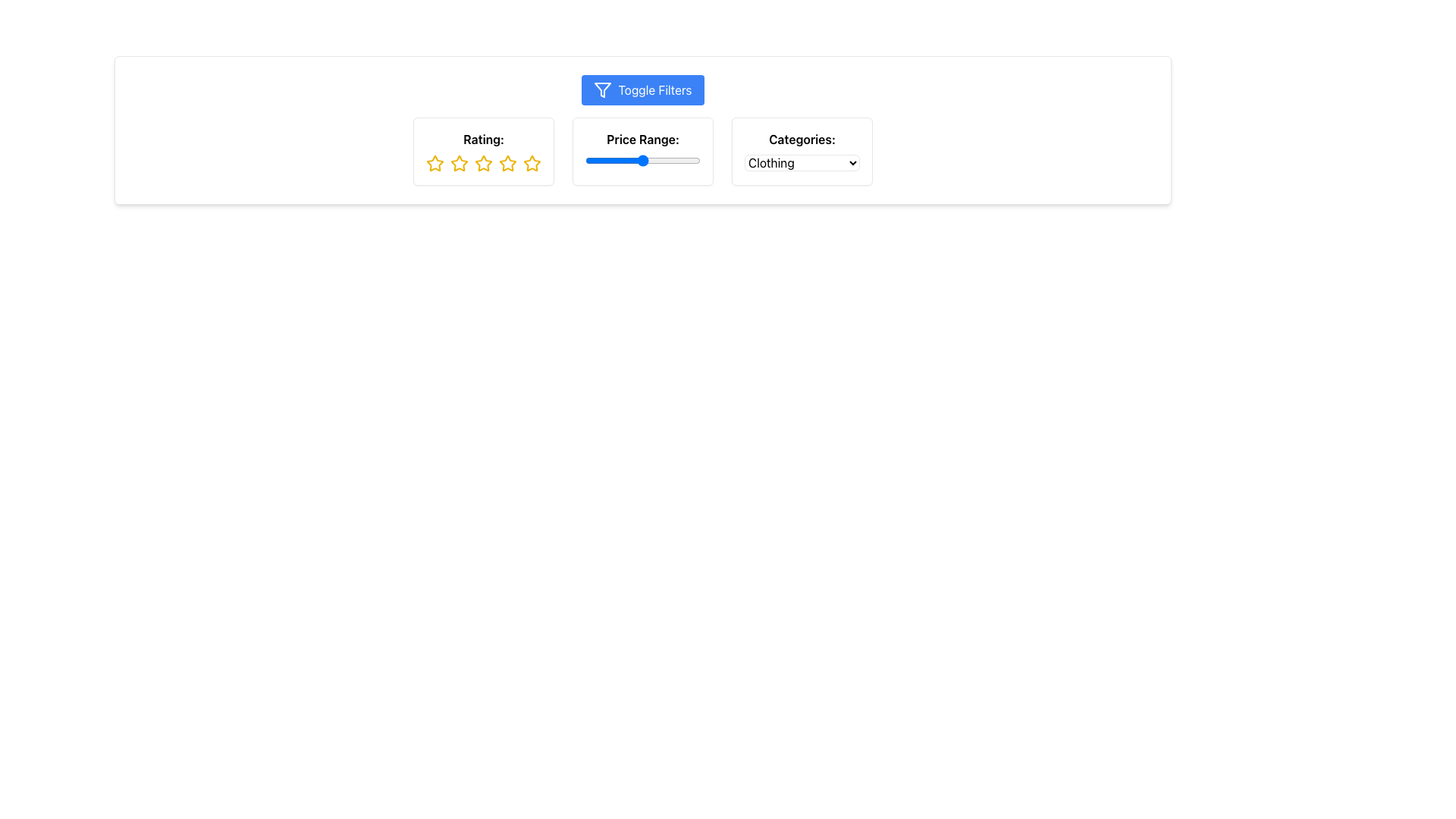 This screenshot has height=819, width=1456. I want to click on the price range slider, so click(654, 161).